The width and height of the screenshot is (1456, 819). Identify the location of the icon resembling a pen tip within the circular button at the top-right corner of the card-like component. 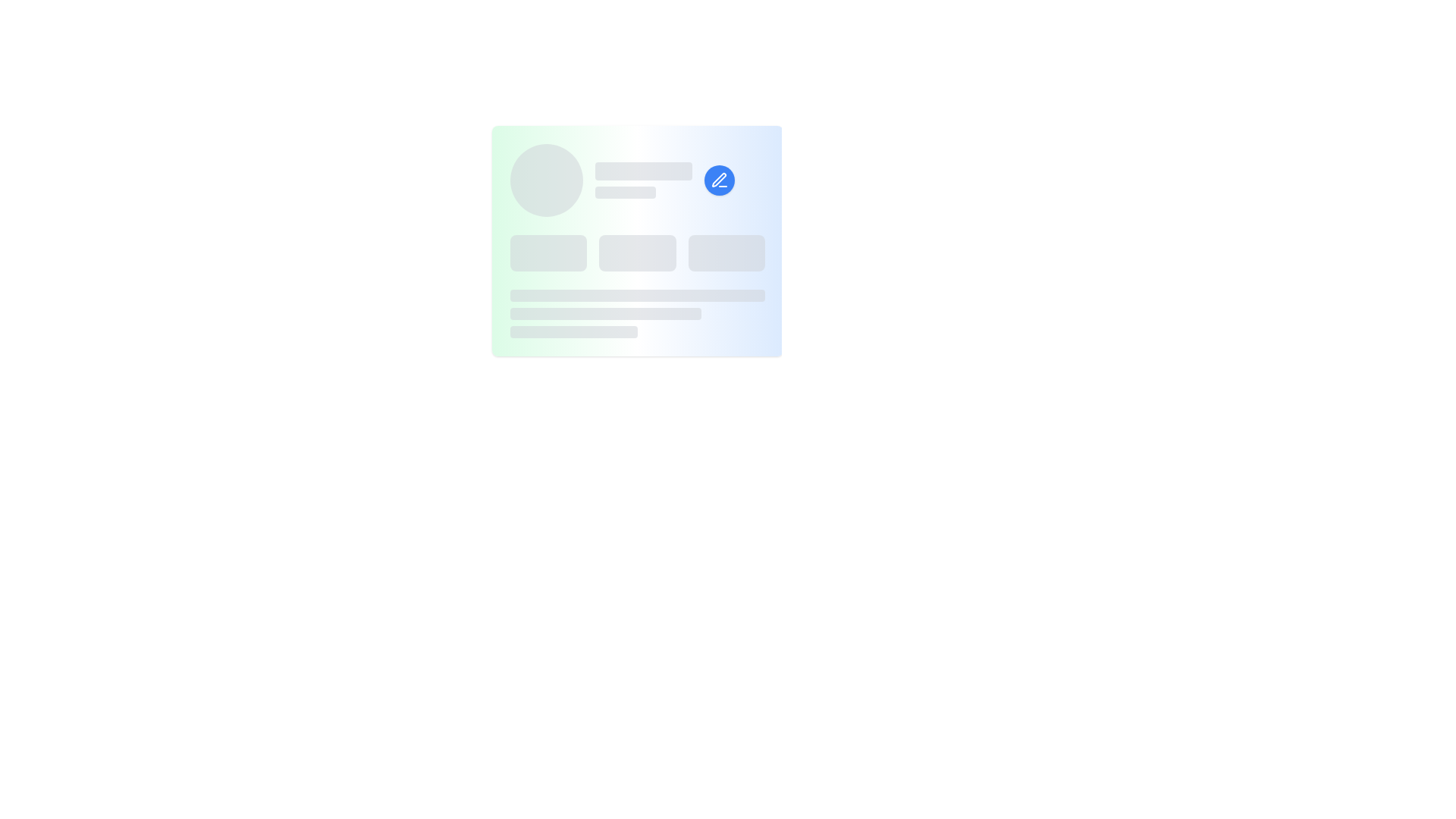
(719, 180).